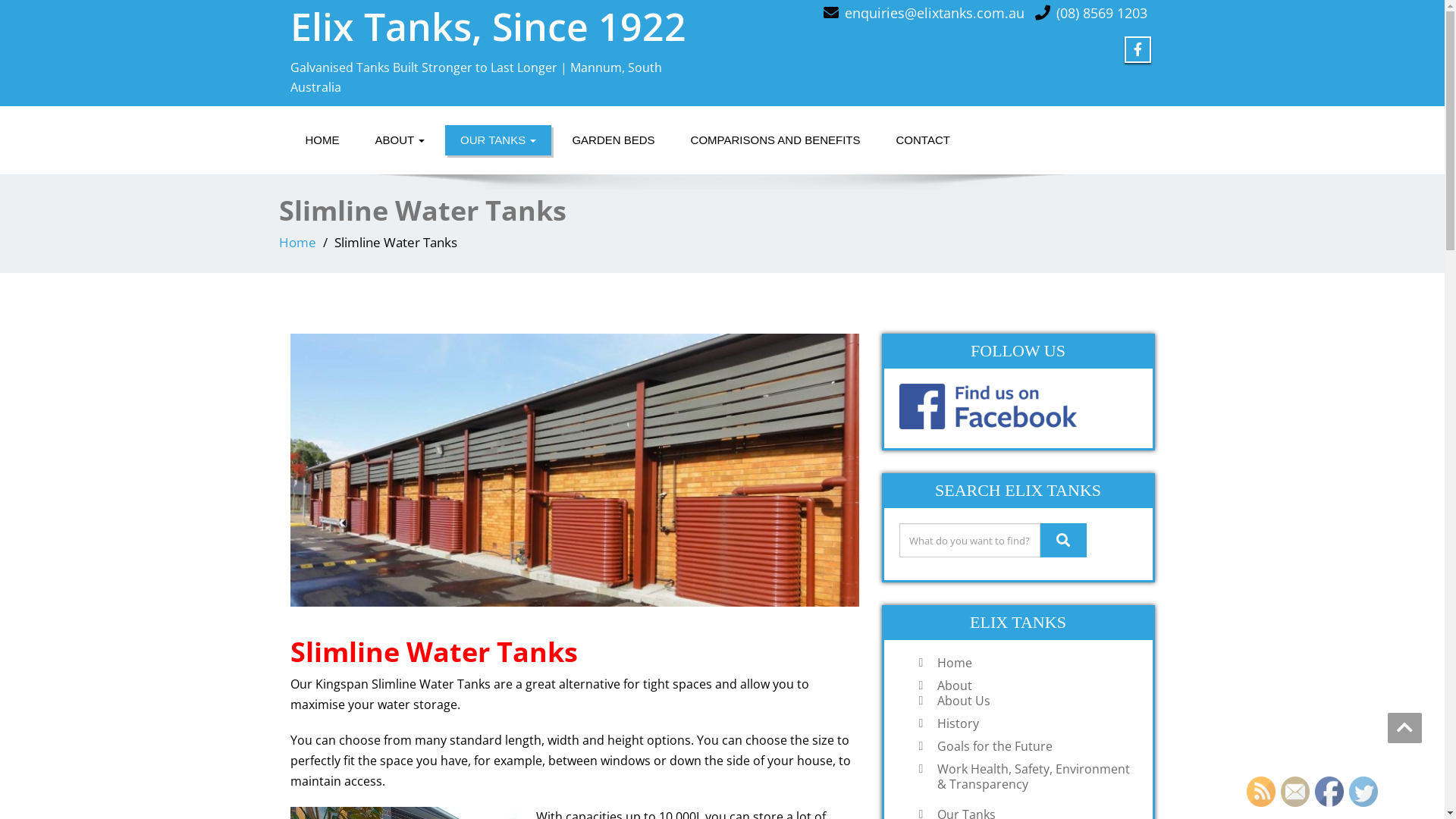 The height and width of the screenshot is (819, 1456). Describe the element at coordinates (488, 26) in the screenshot. I see `'Elix Tanks, Since 1922'` at that location.